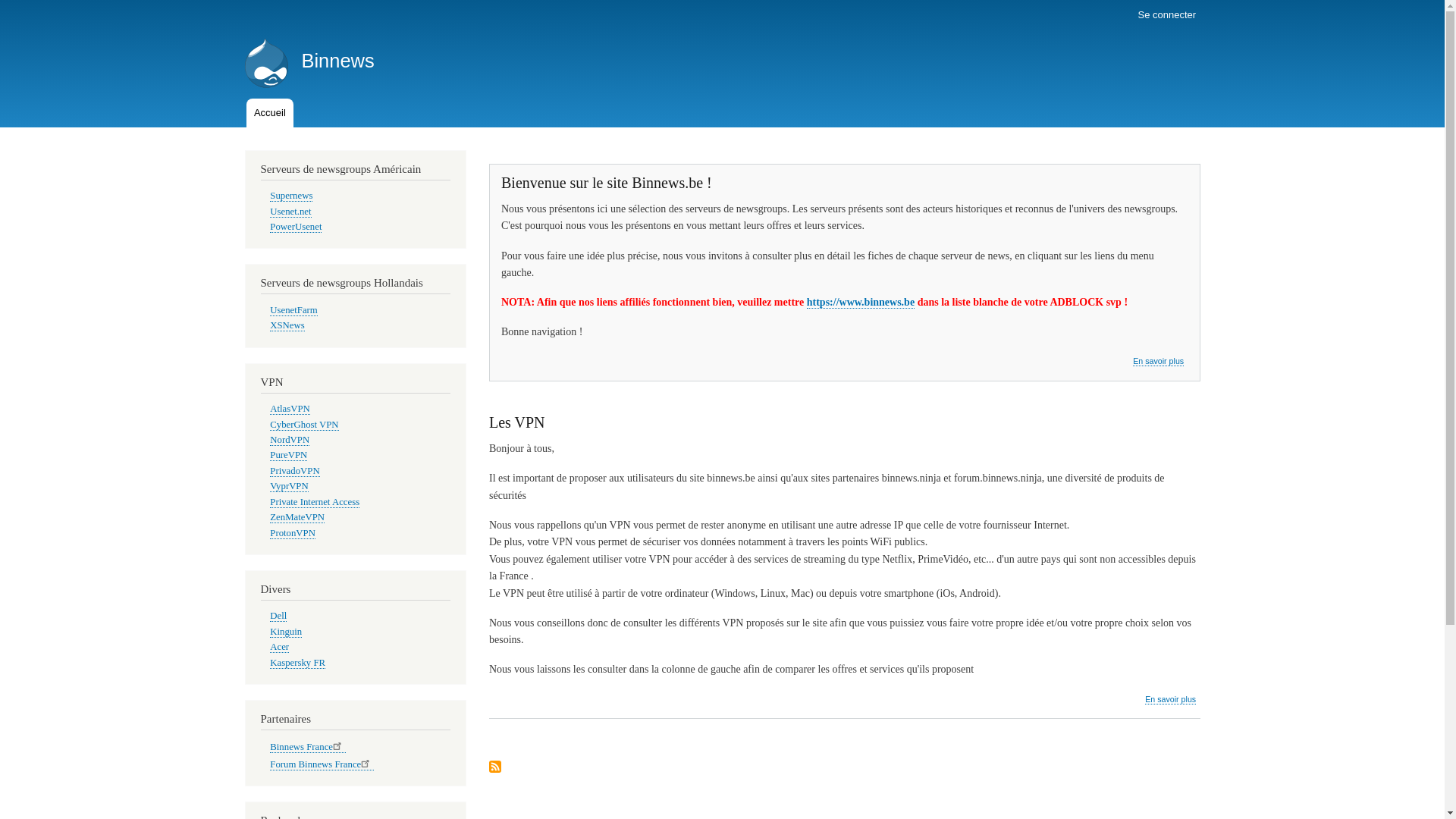 Image resolution: width=1456 pixels, height=819 pixels. What do you see at coordinates (286, 632) in the screenshot?
I see `'Kinguin'` at bounding box center [286, 632].